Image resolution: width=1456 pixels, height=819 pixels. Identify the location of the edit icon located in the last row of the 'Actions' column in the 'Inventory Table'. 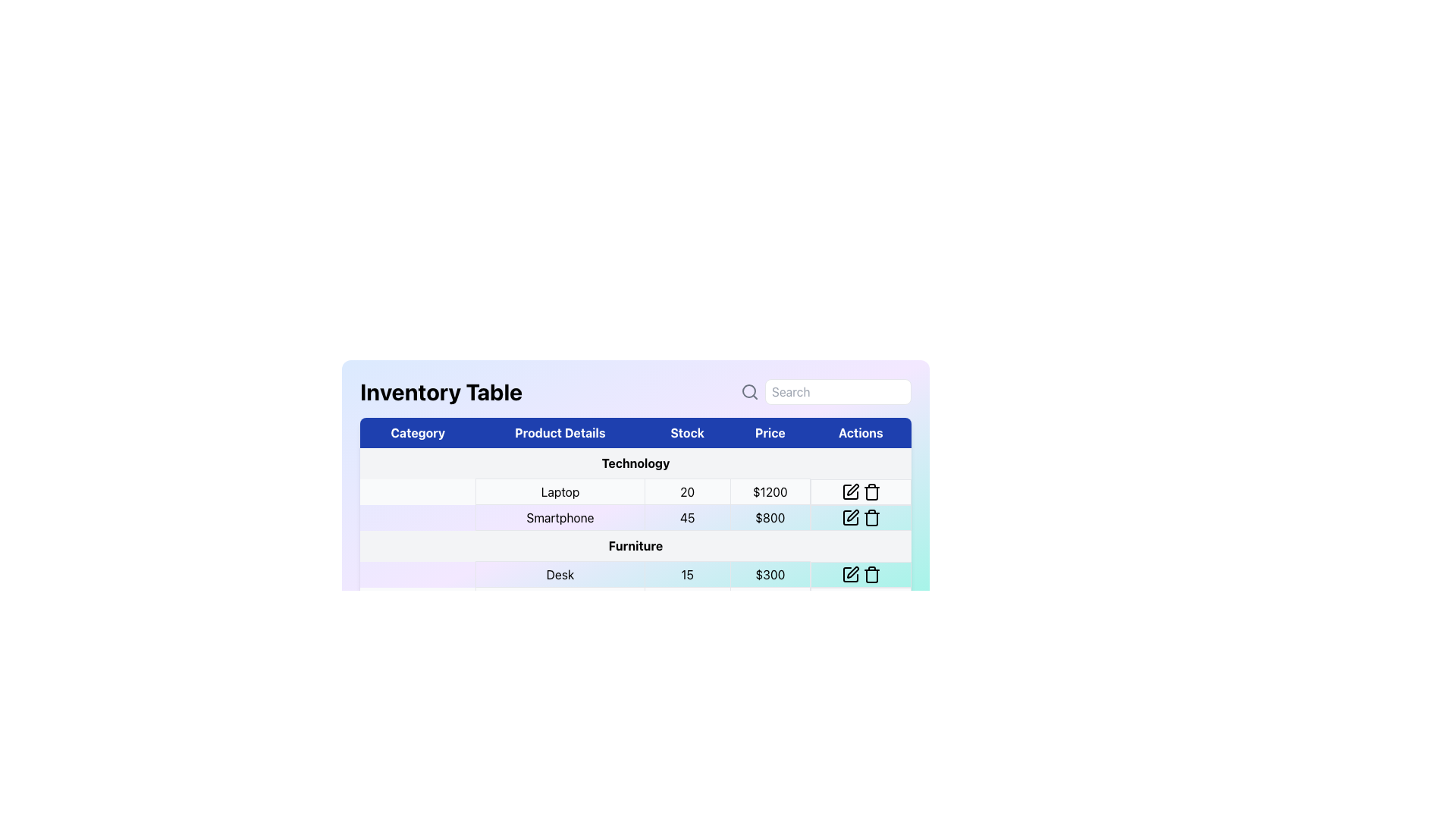
(850, 574).